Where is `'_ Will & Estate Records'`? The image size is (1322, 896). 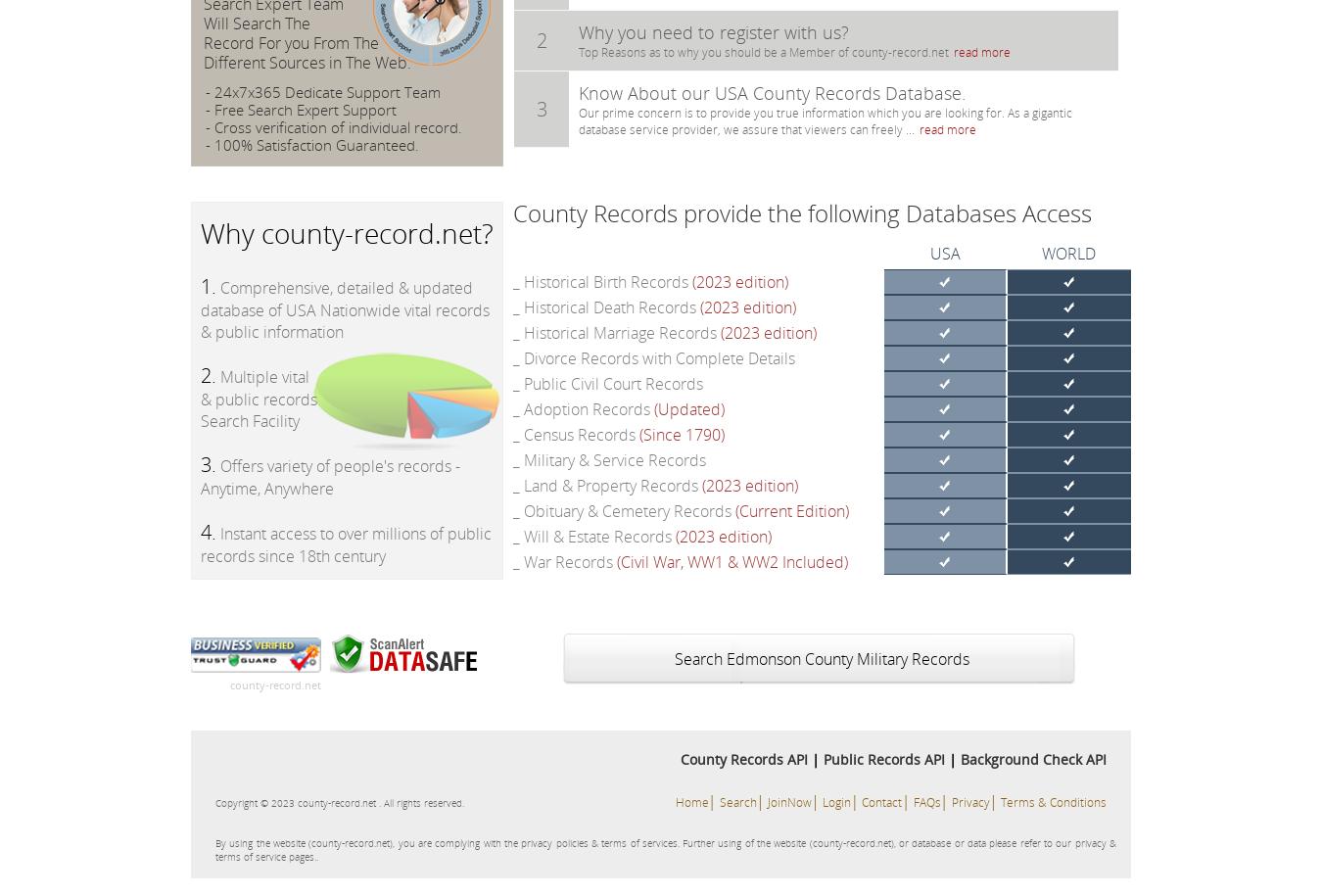 '_ Will & Estate Records' is located at coordinates (593, 536).